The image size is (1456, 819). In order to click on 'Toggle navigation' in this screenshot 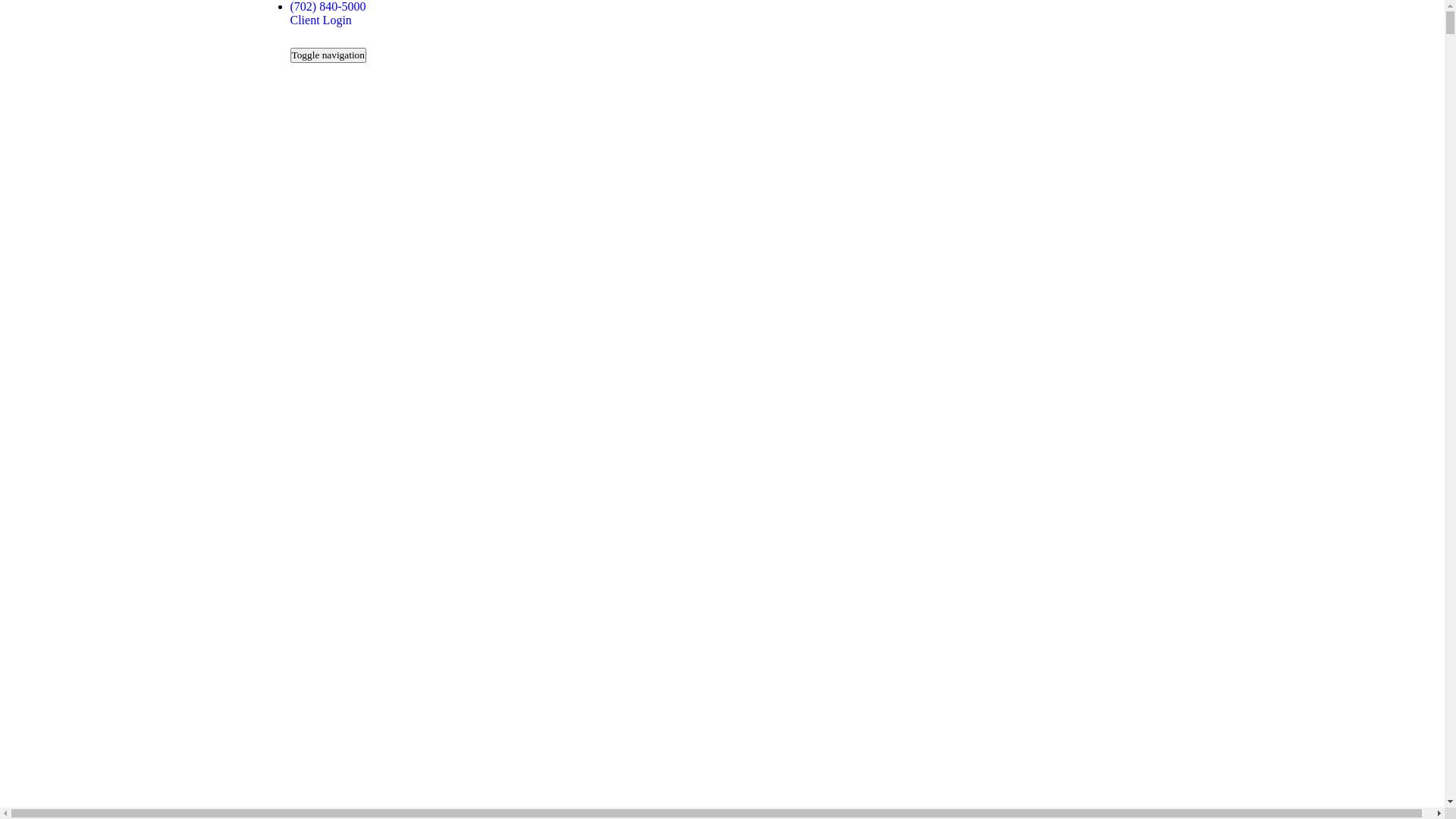, I will do `click(327, 55)`.